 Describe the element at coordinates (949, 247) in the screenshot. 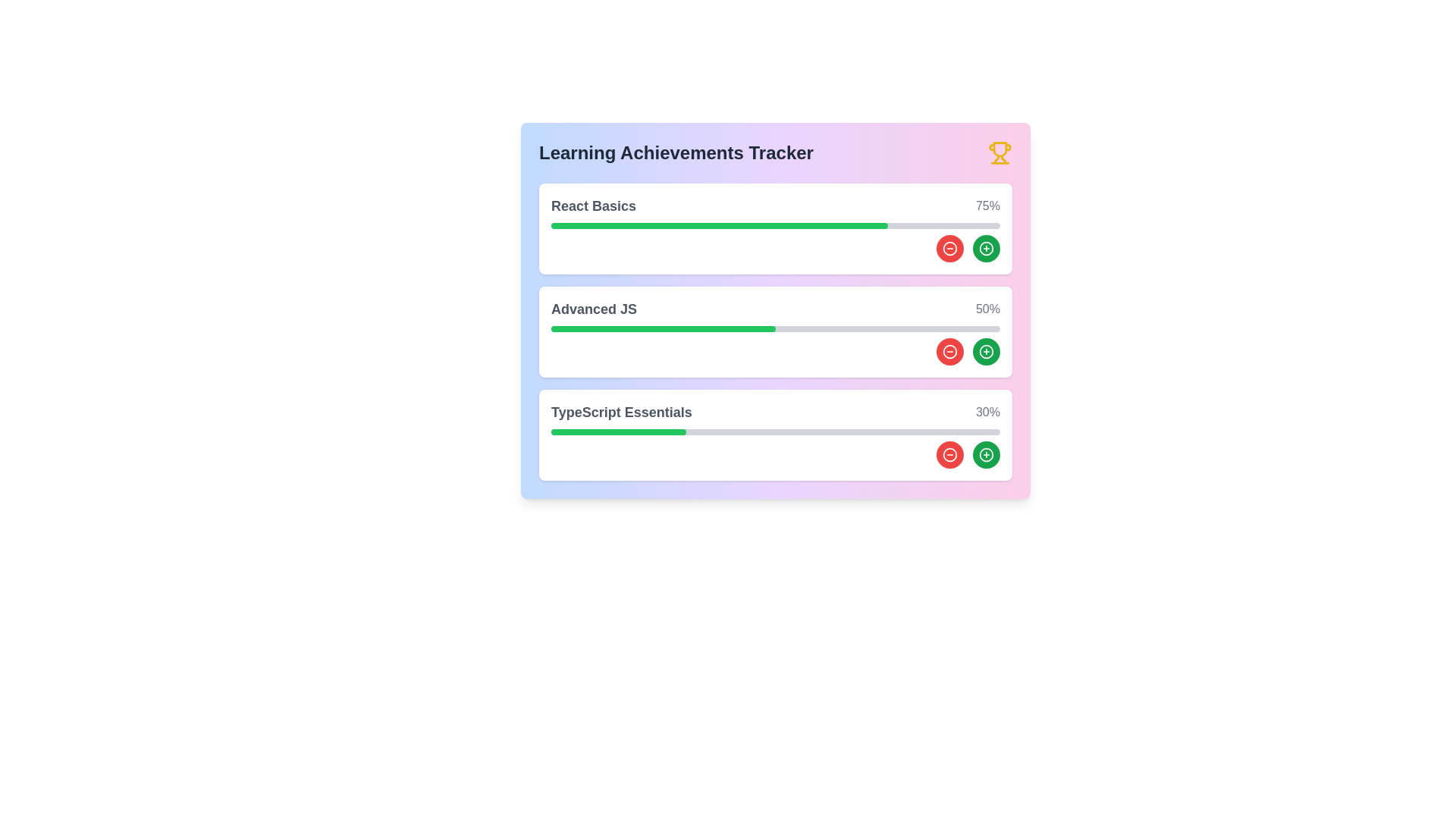

I see `the leftmost circular button at the right end of the 'React Basics' progress bar` at that location.